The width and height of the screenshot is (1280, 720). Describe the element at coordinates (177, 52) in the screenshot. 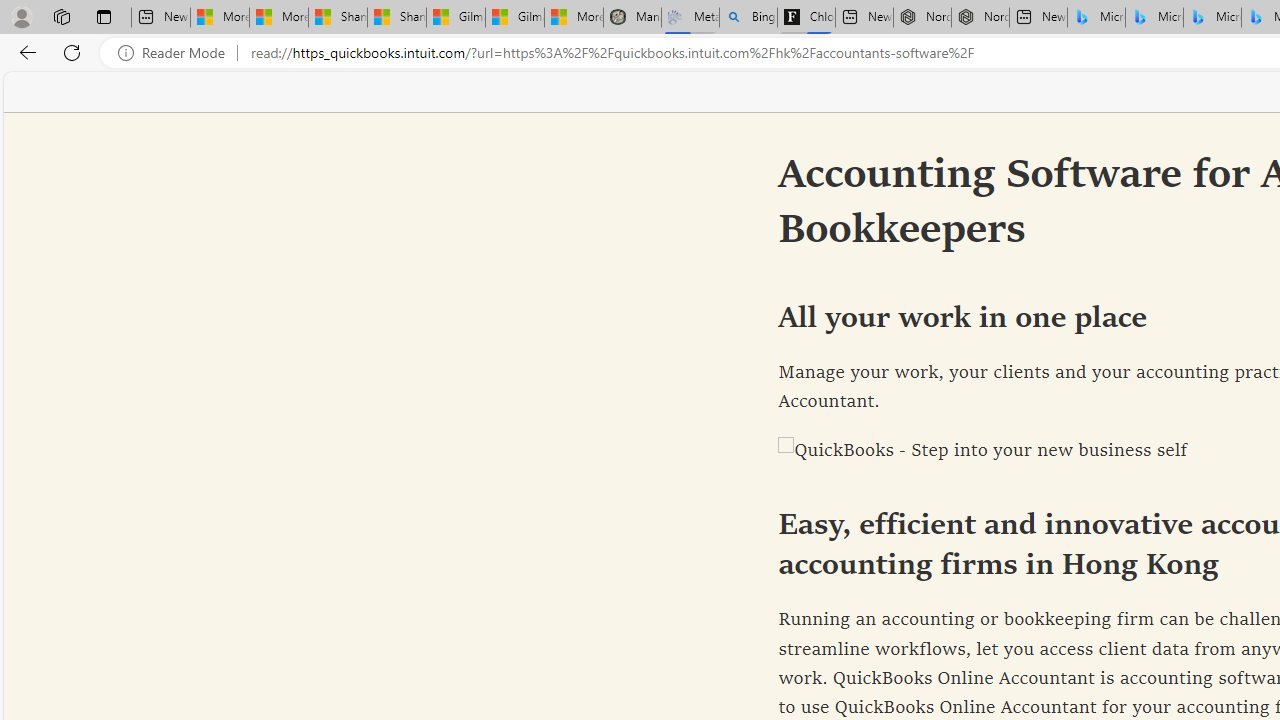

I see `'Reader Mode'` at that location.